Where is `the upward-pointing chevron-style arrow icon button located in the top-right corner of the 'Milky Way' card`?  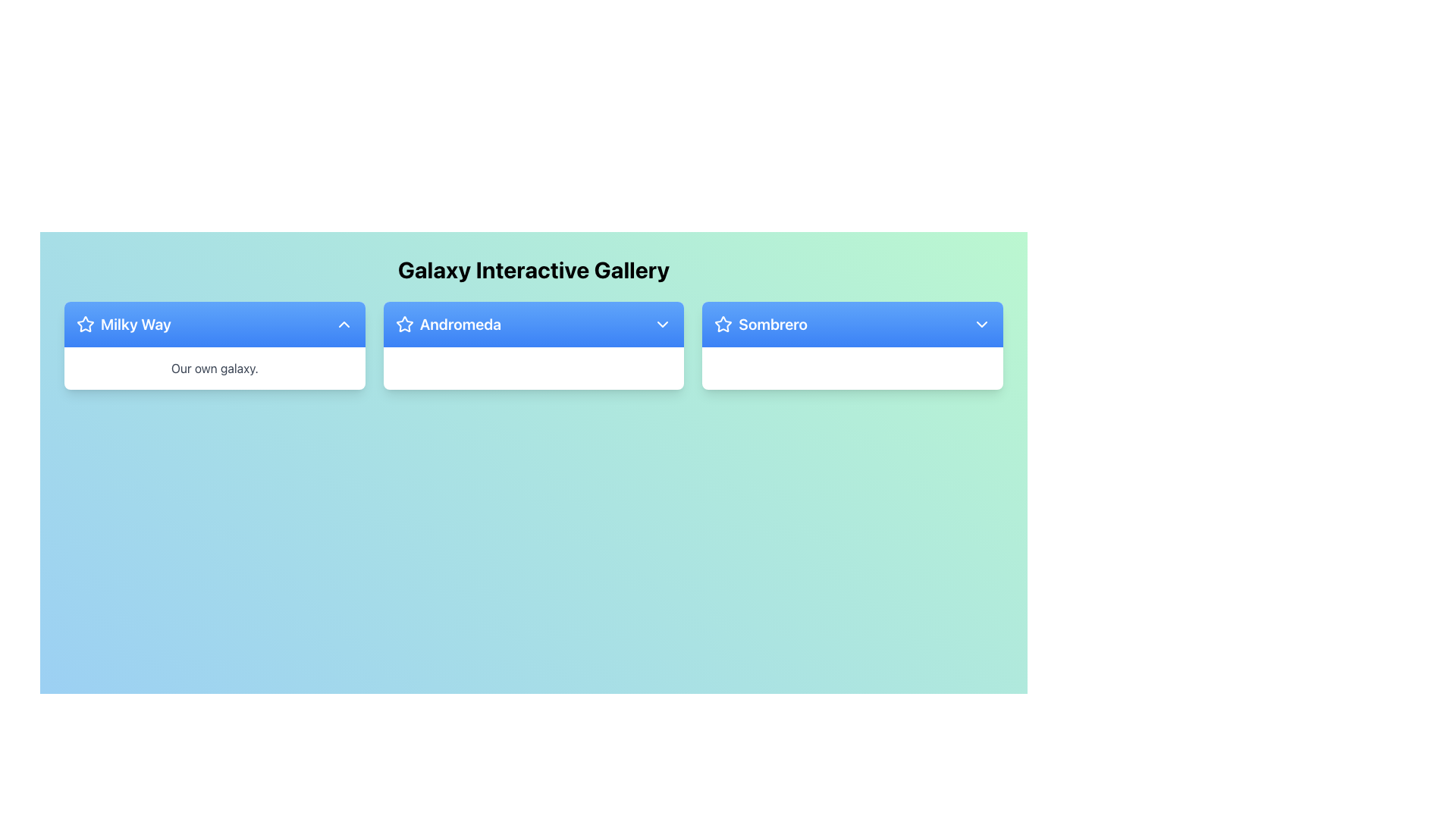 the upward-pointing chevron-style arrow icon button located in the top-right corner of the 'Milky Way' card is located at coordinates (343, 324).